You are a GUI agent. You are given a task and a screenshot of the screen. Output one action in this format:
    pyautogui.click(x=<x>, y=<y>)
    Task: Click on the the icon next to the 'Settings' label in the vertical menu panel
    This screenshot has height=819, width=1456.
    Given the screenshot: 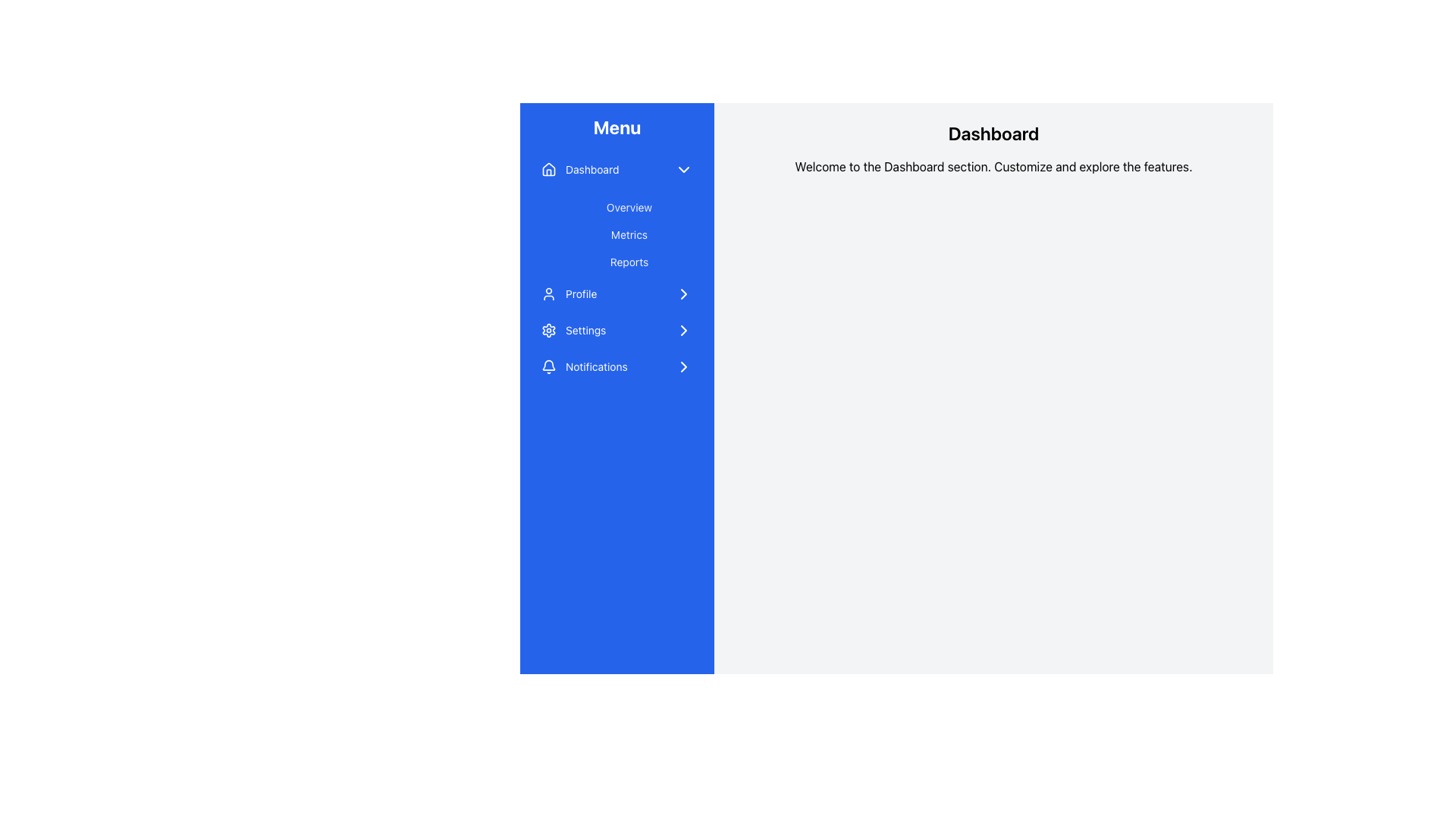 What is the action you would take?
    pyautogui.click(x=683, y=329)
    